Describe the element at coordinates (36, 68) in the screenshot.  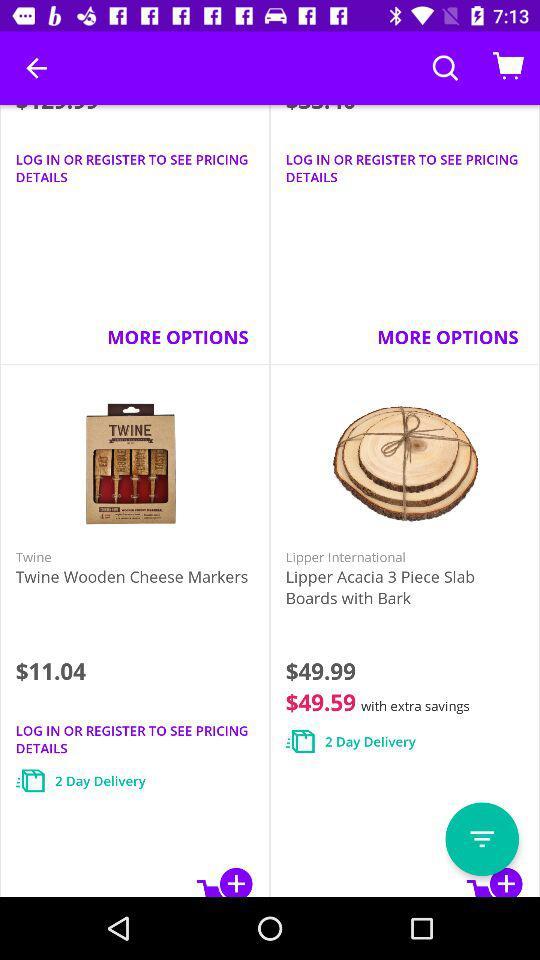
I see `the icon above the $129.99 icon` at that location.